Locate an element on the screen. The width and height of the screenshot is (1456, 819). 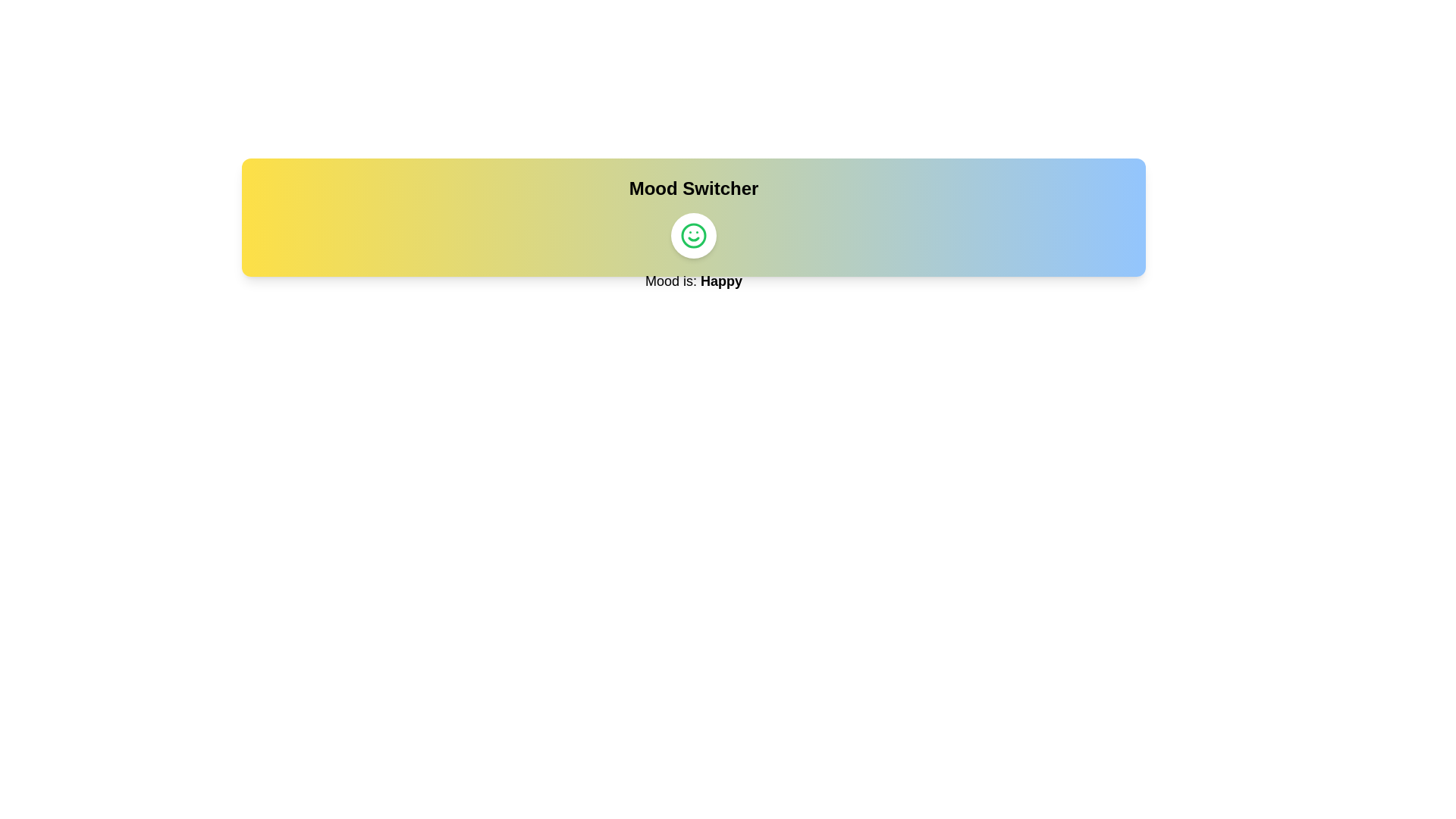
toggle button to switch the mood is located at coordinates (693, 236).